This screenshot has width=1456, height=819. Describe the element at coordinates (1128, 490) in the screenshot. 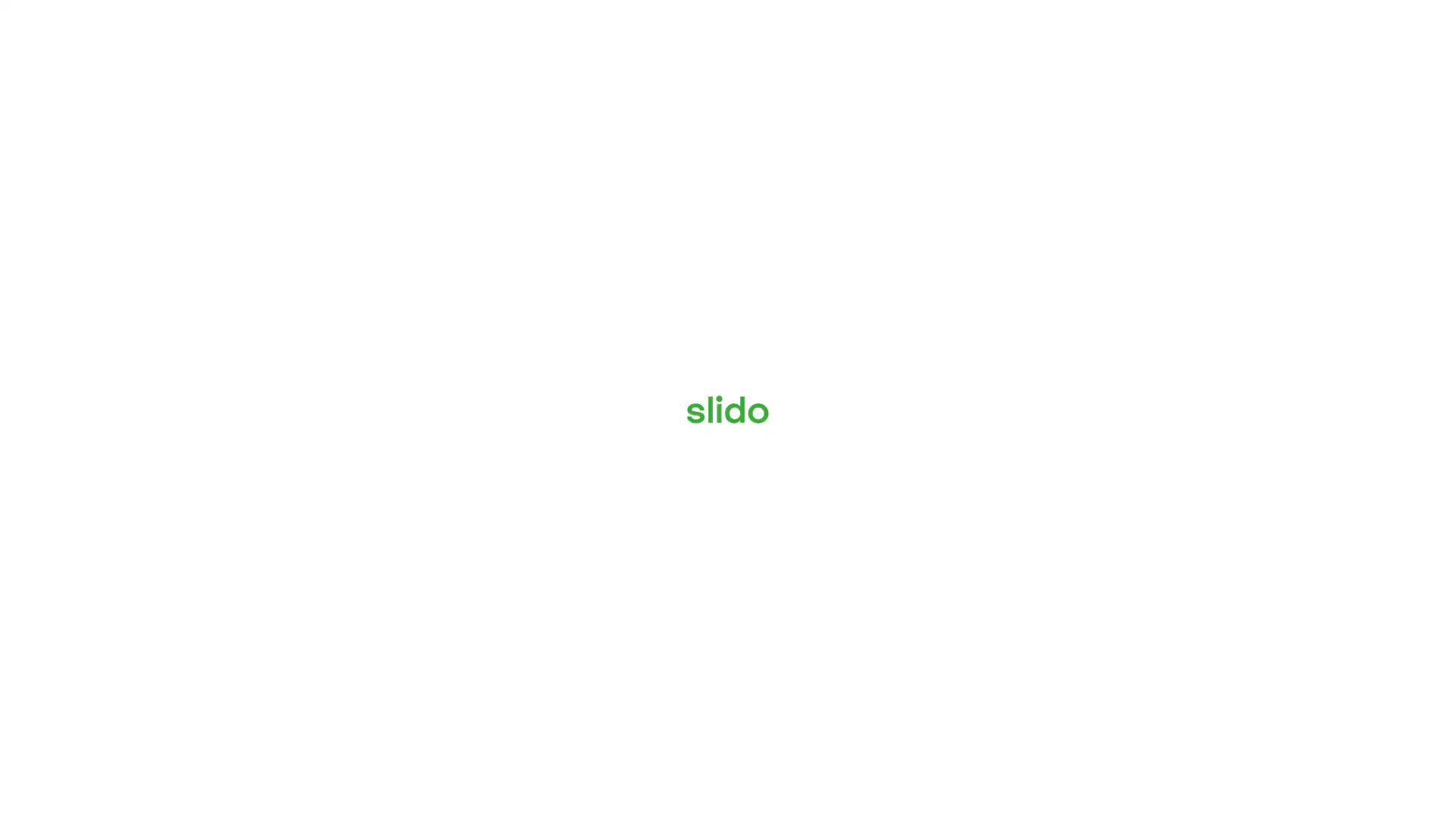

I see `1 reply` at that location.